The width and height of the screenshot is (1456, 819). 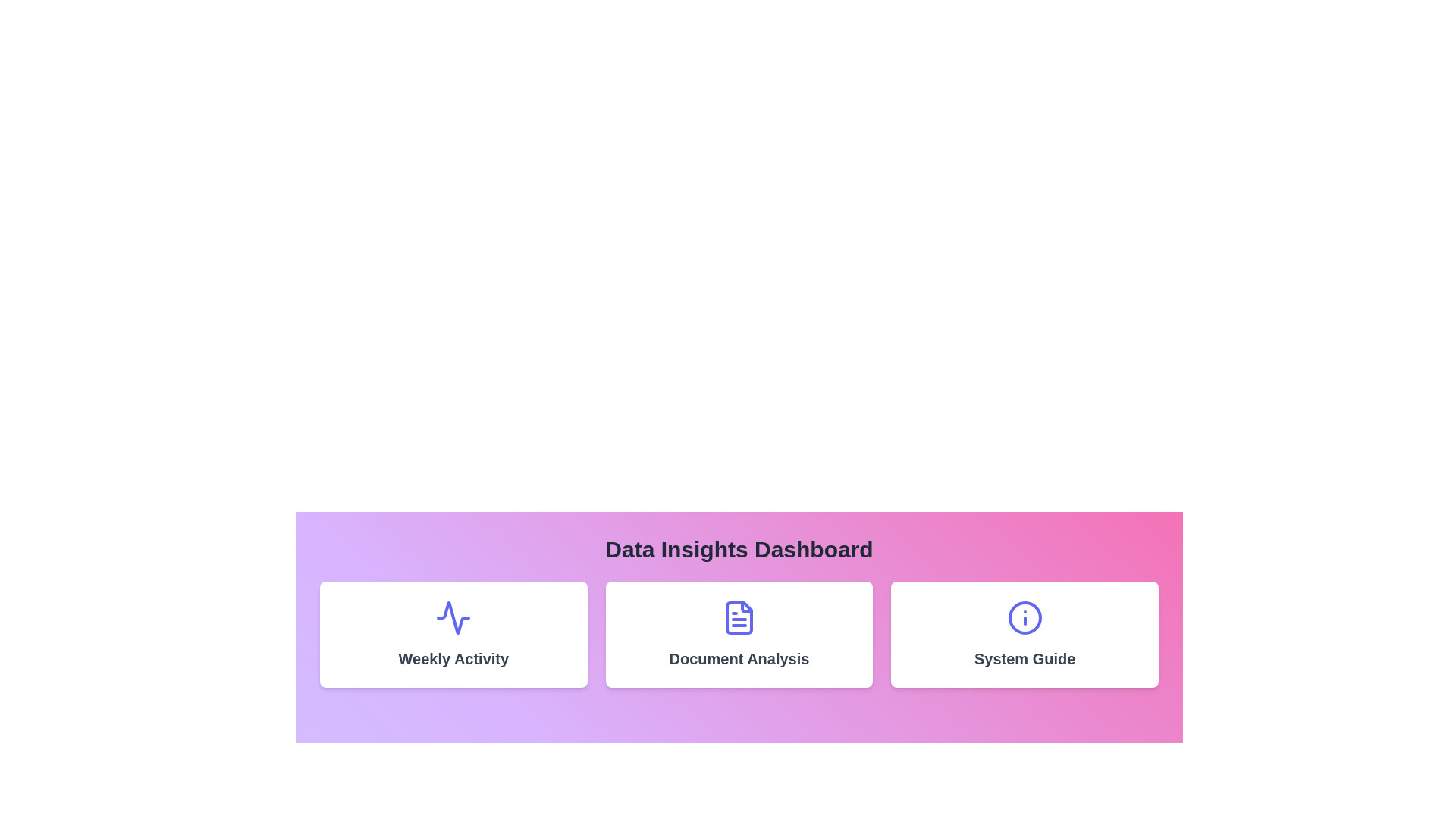 What do you see at coordinates (1025, 635) in the screenshot?
I see `the 'System Guide' card element, which features a blue outlined information icon and dark gray text, positioned in the rightmost column of a three-column grid` at bounding box center [1025, 635].